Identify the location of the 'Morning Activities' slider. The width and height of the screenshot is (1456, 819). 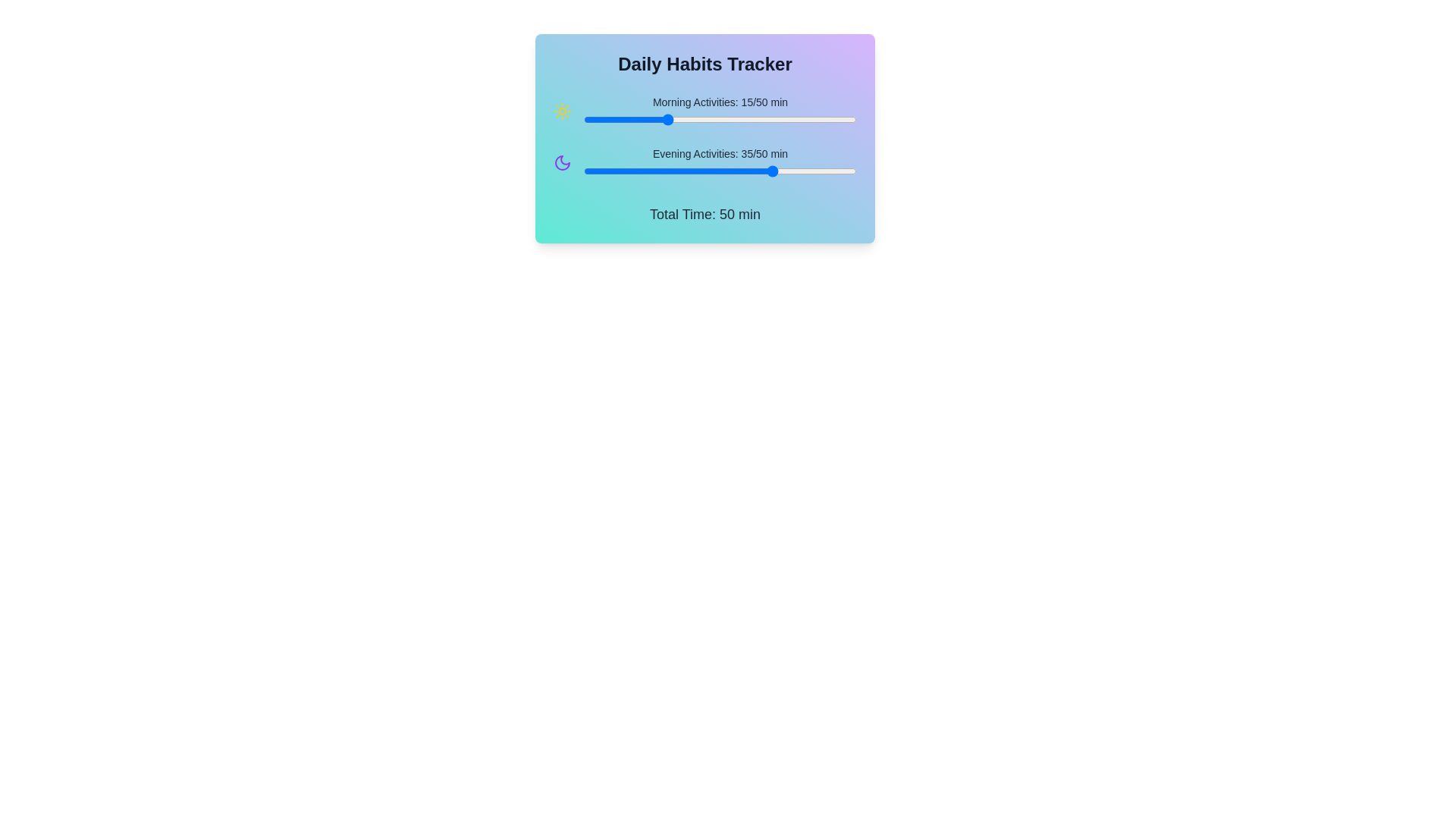
(714, 119).